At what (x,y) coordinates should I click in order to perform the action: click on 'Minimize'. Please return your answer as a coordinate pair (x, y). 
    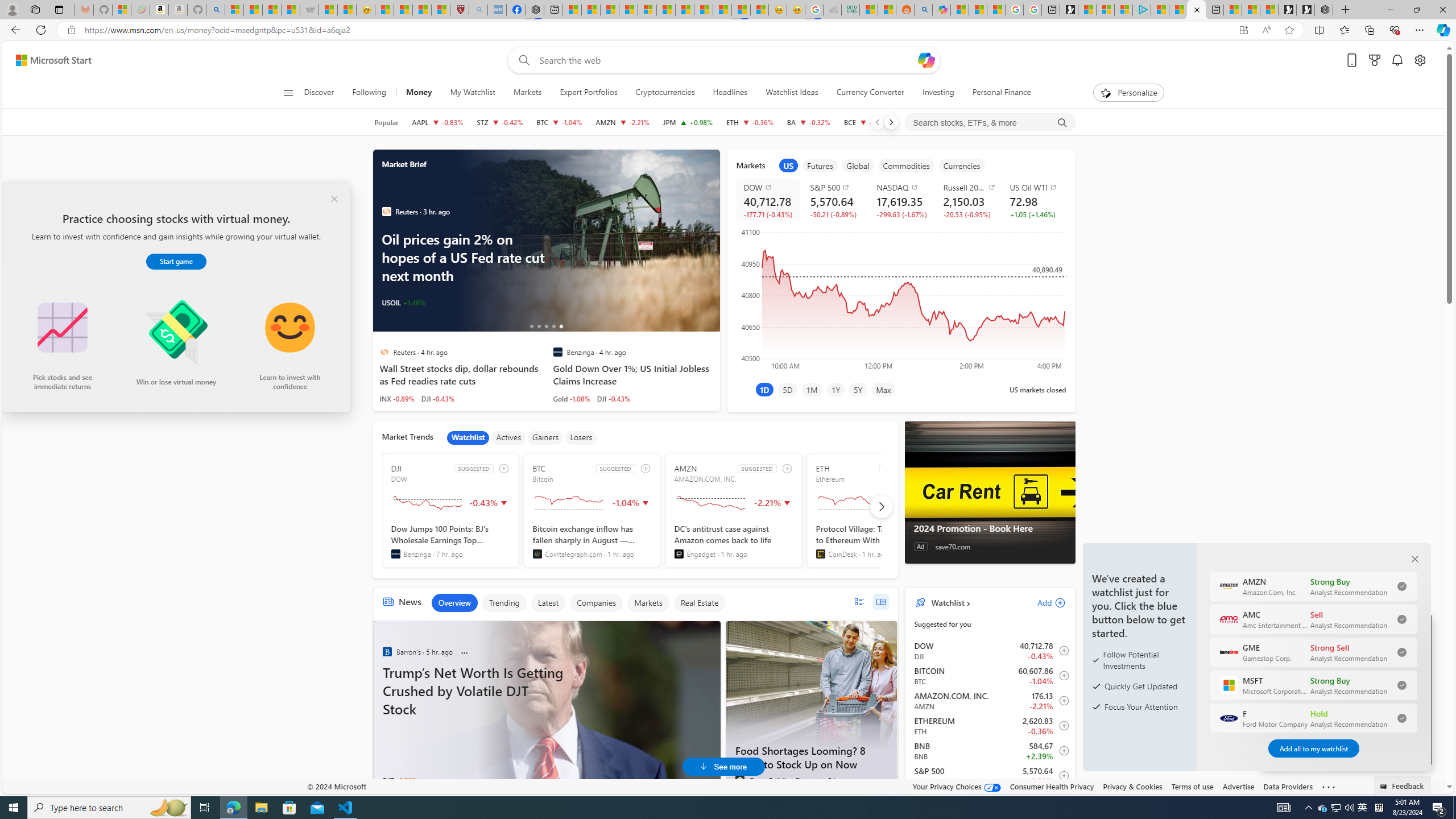
    Looking at the image, I should click on (1389, 9).